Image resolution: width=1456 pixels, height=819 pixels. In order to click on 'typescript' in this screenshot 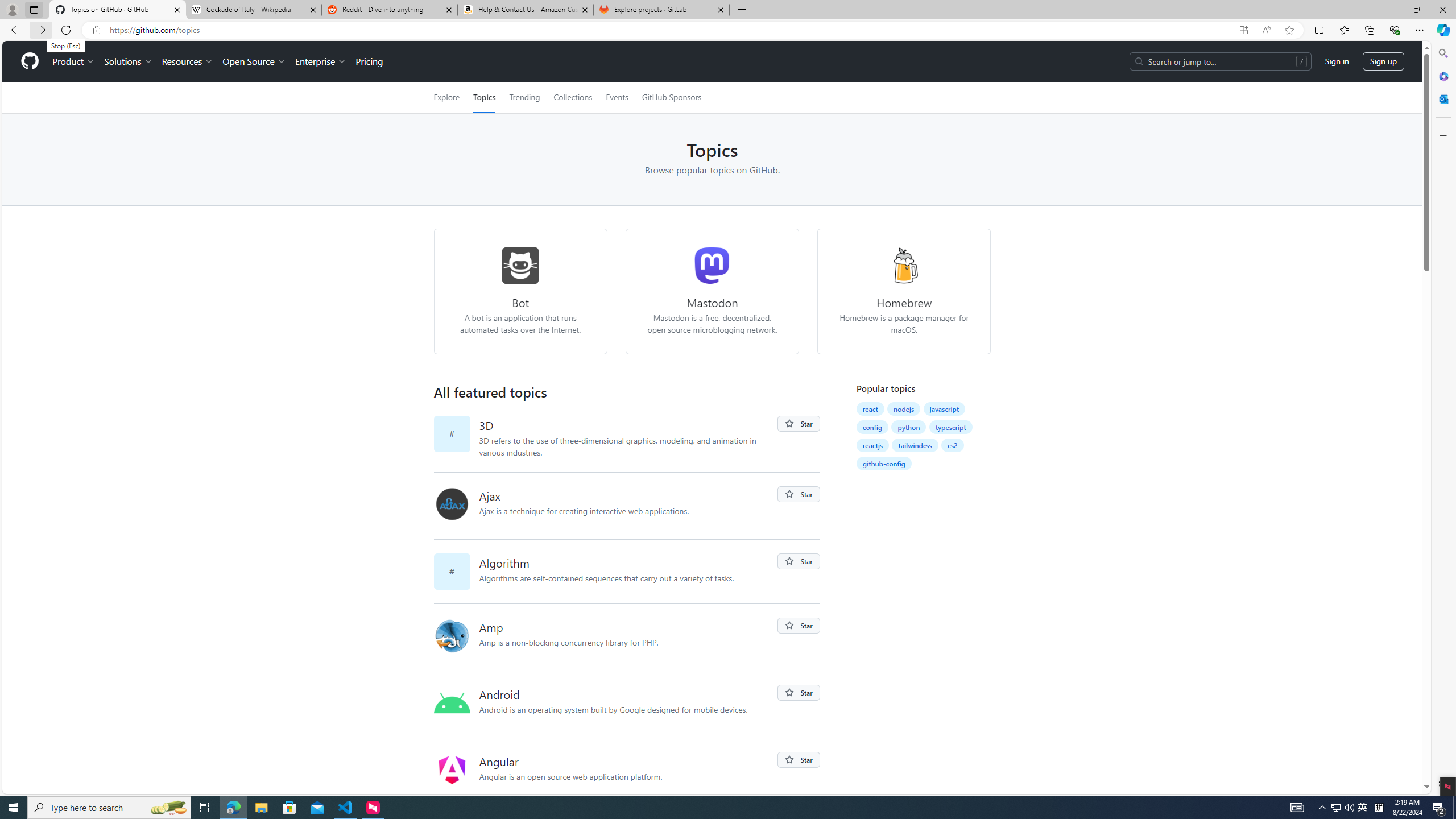, I will do `click(950, 427)`.